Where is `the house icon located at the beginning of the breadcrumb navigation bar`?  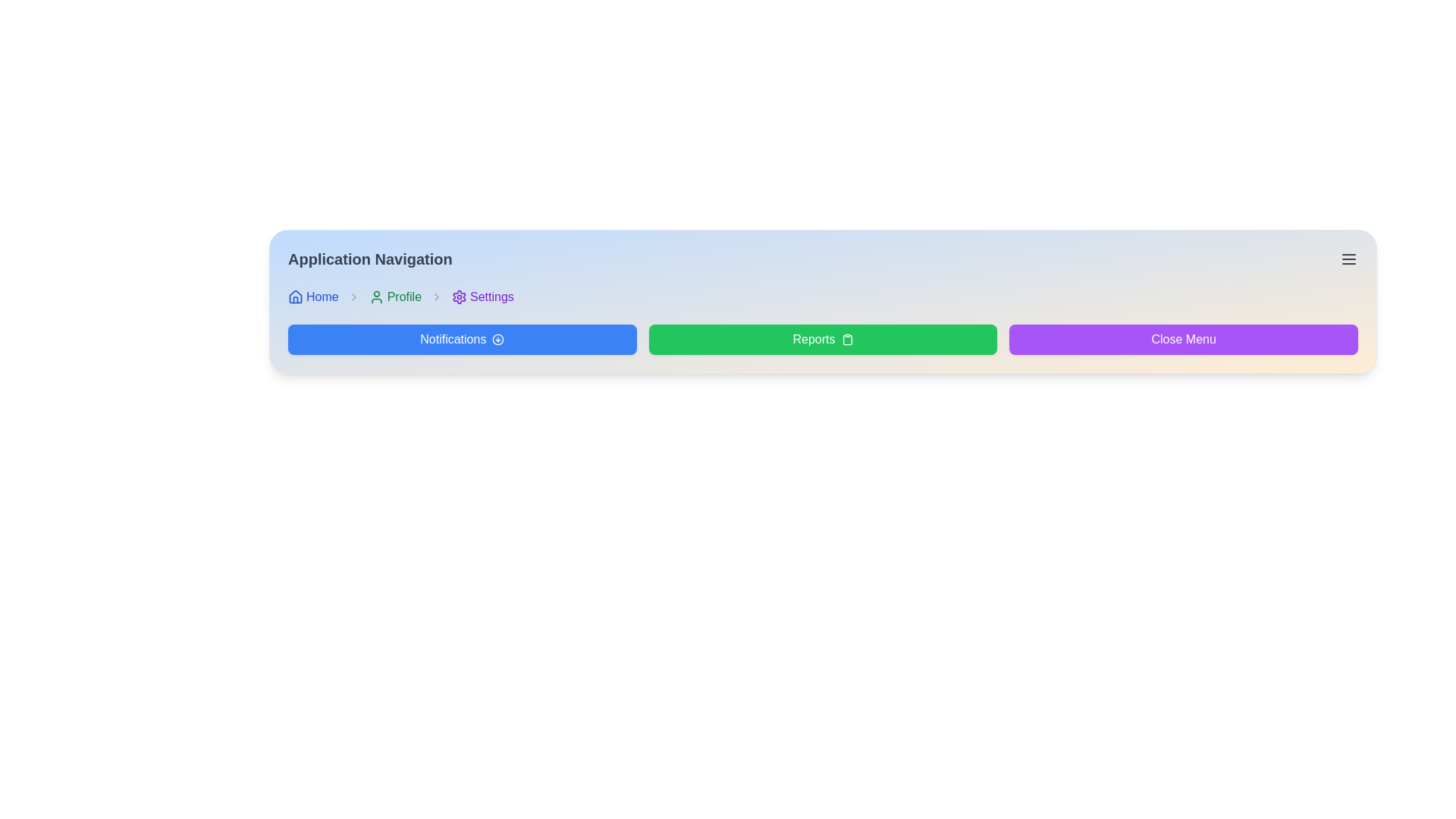
the house icon located at the beginning of the breadcrumb navigation bar is located at coordinates (295, 297).